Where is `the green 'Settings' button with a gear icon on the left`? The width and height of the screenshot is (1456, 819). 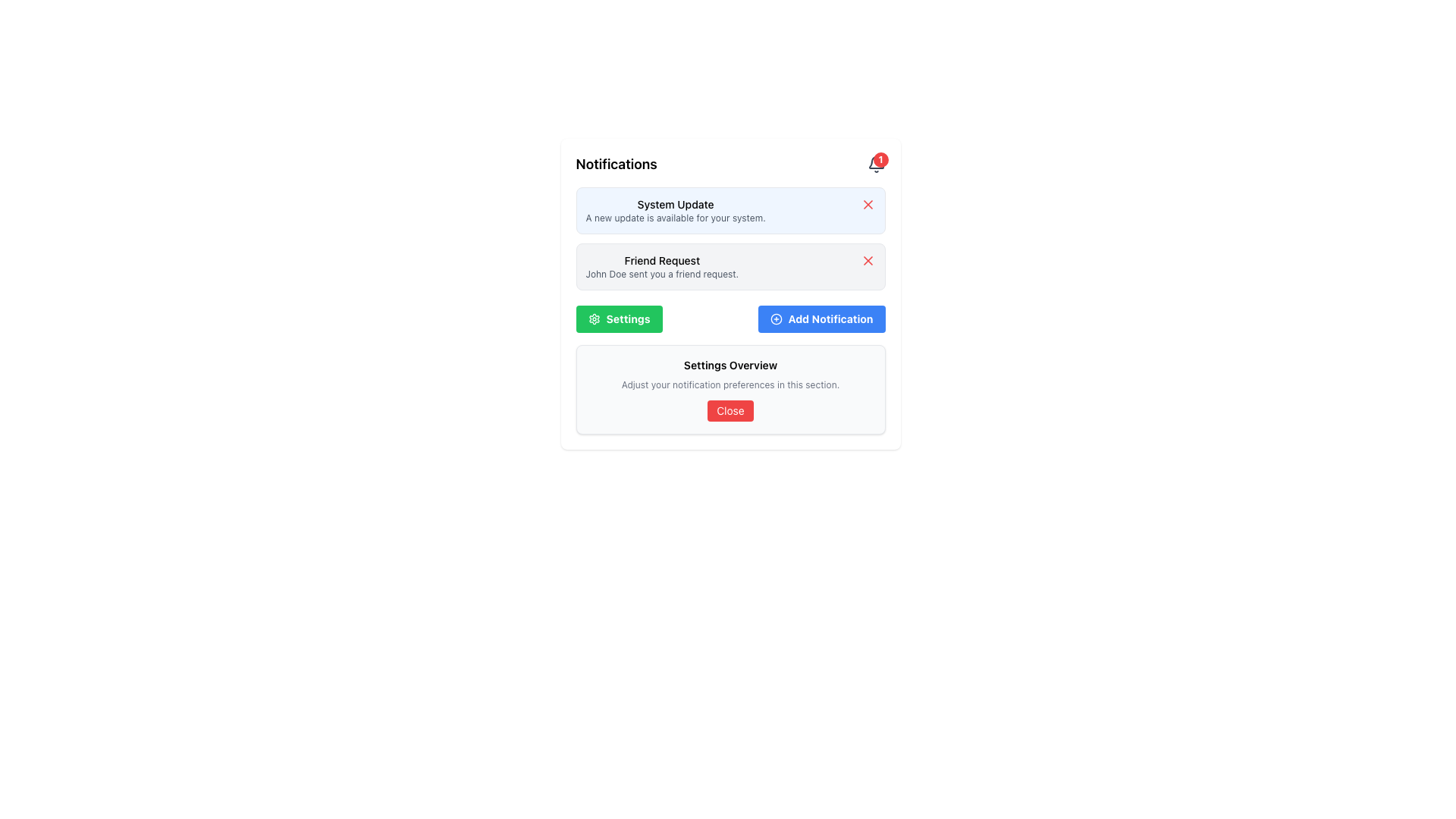 the green 'Settings' button with a gear icon on the left is located at coordinates (619, 318).